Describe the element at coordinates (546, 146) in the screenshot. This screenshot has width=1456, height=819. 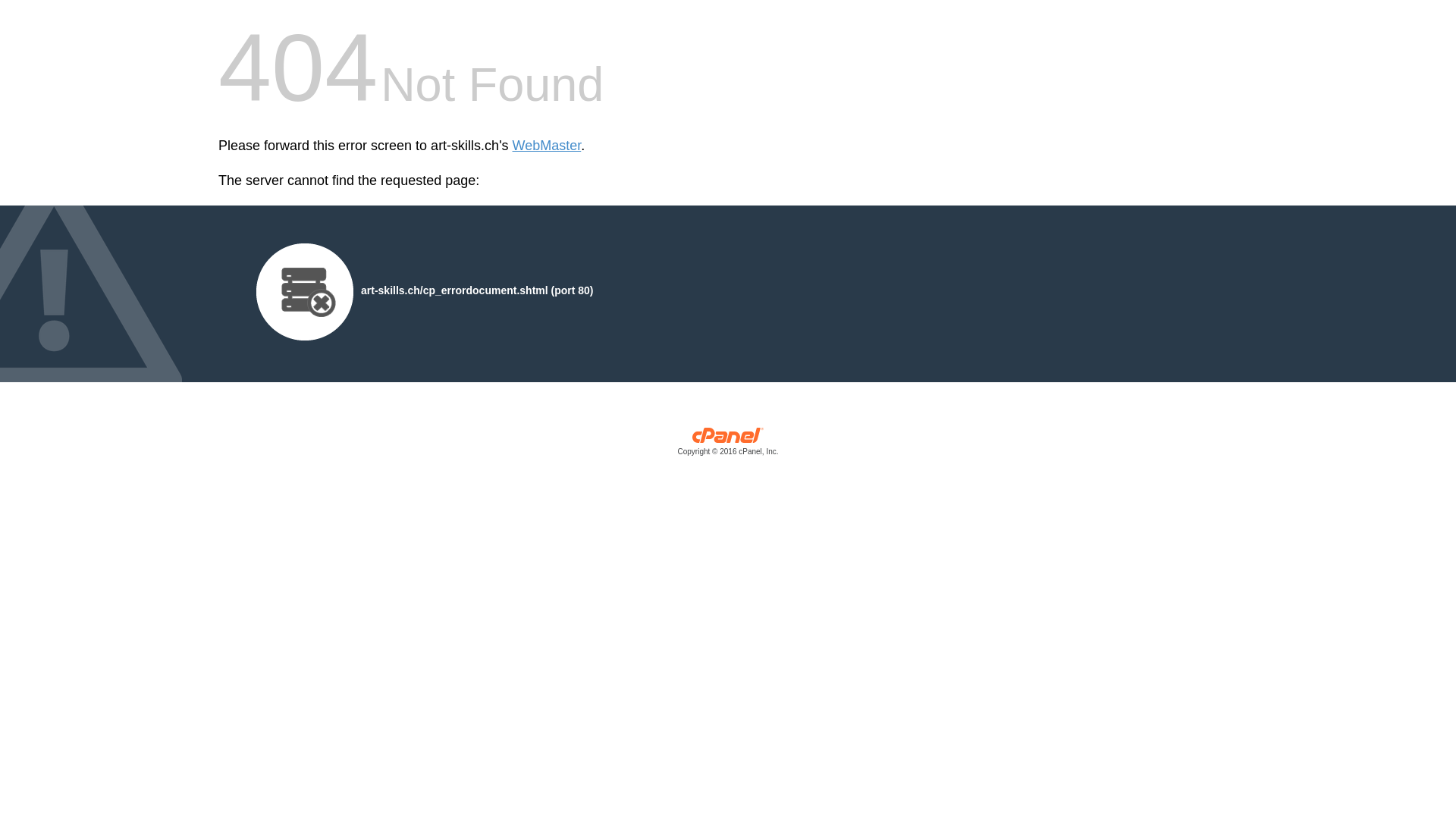
I see `'WebMaster'` at that location.